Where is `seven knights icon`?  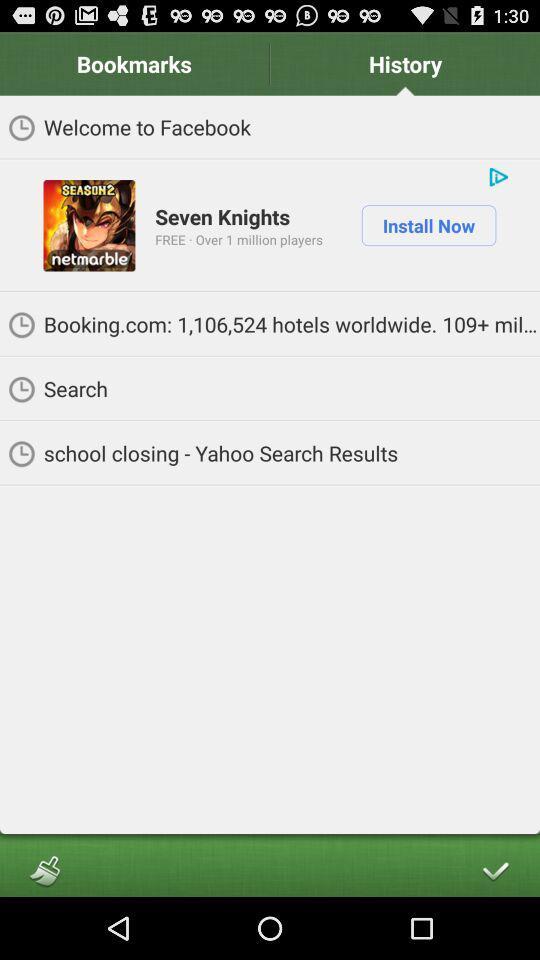
seven knights icon is located at coordinates (221, 216).